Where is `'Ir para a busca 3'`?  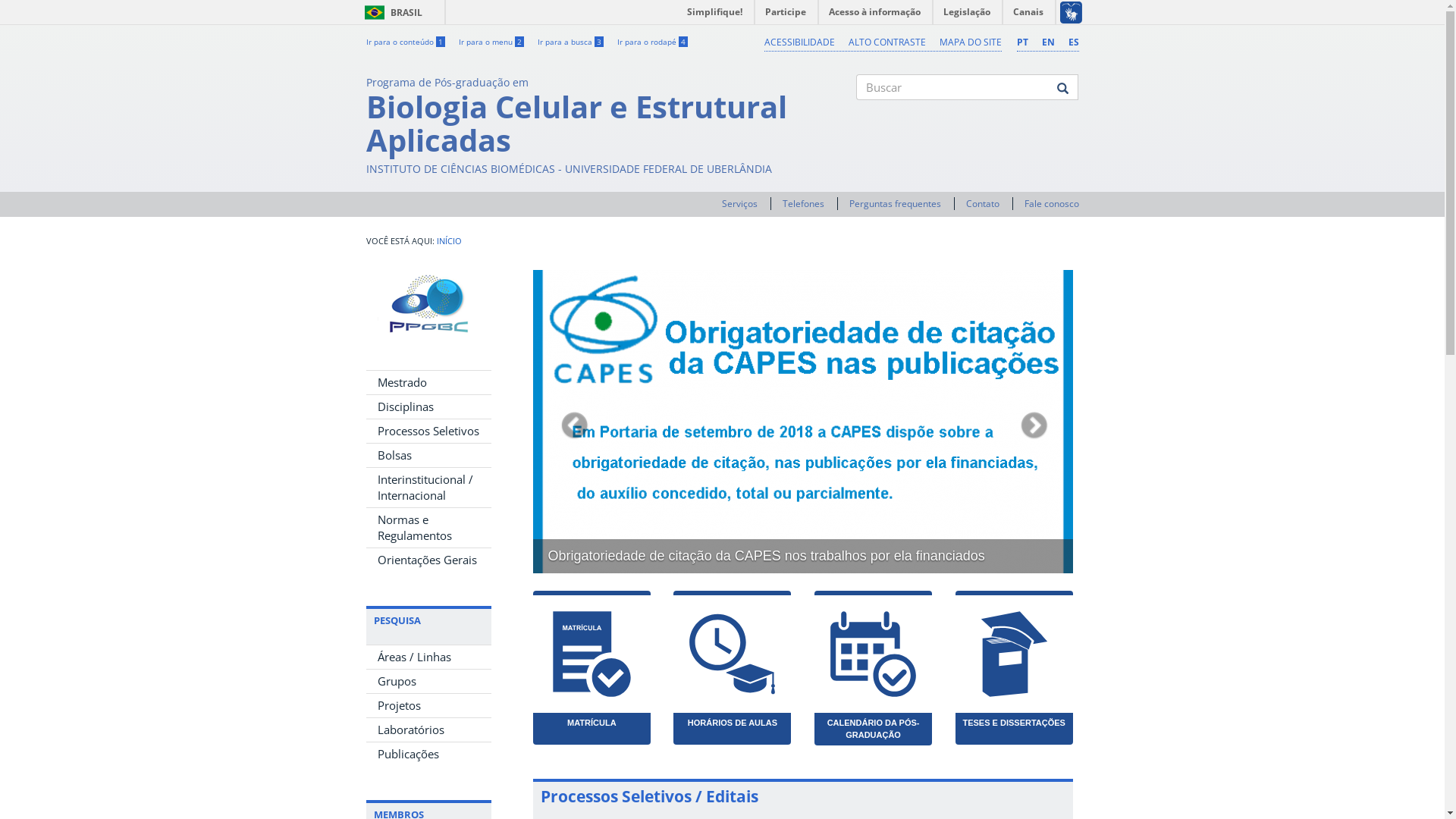
'Ir para a busca 3' is located at coordinates (569, 40).